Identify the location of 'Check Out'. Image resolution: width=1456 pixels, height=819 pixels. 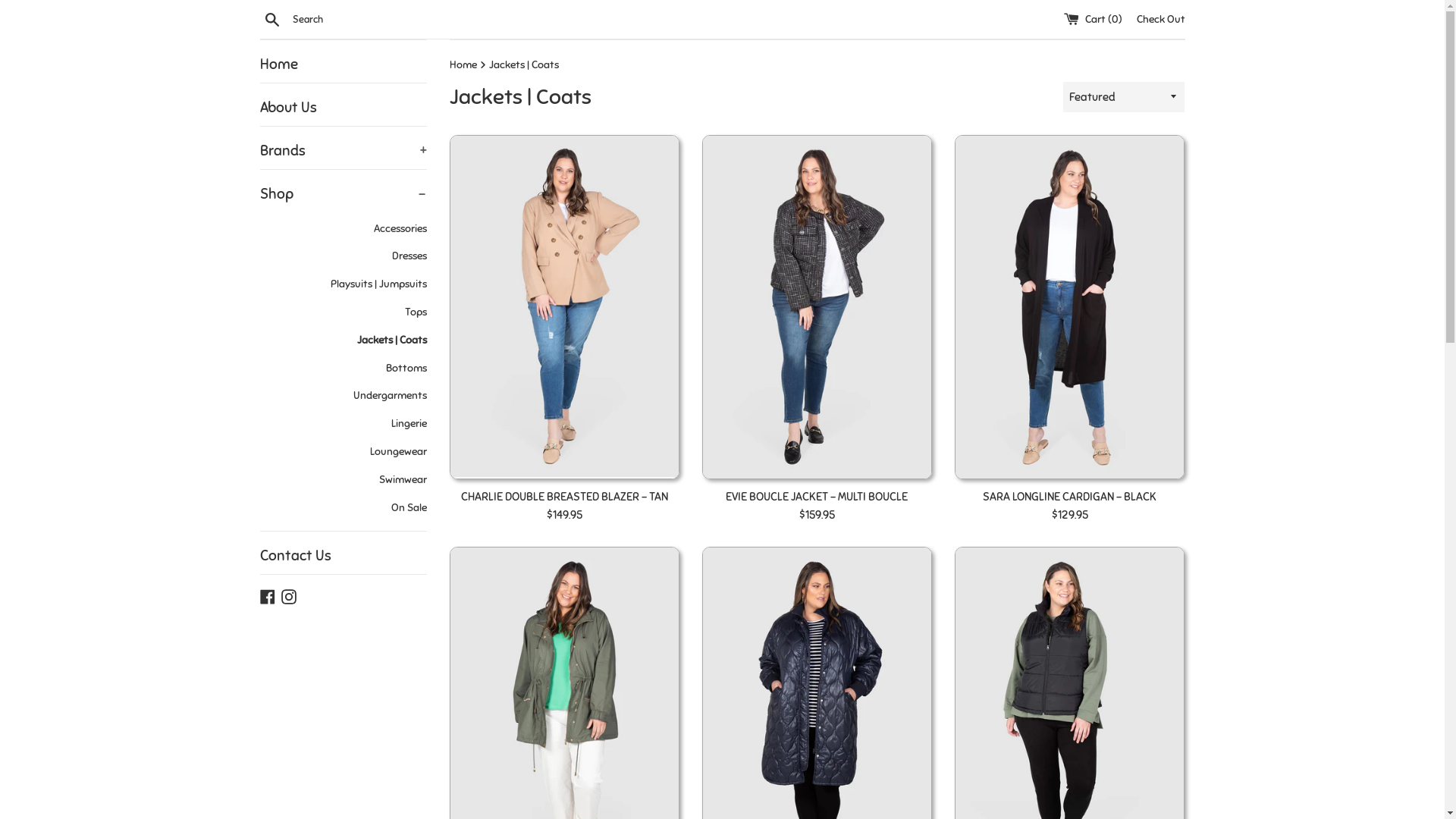
(1159, 18).